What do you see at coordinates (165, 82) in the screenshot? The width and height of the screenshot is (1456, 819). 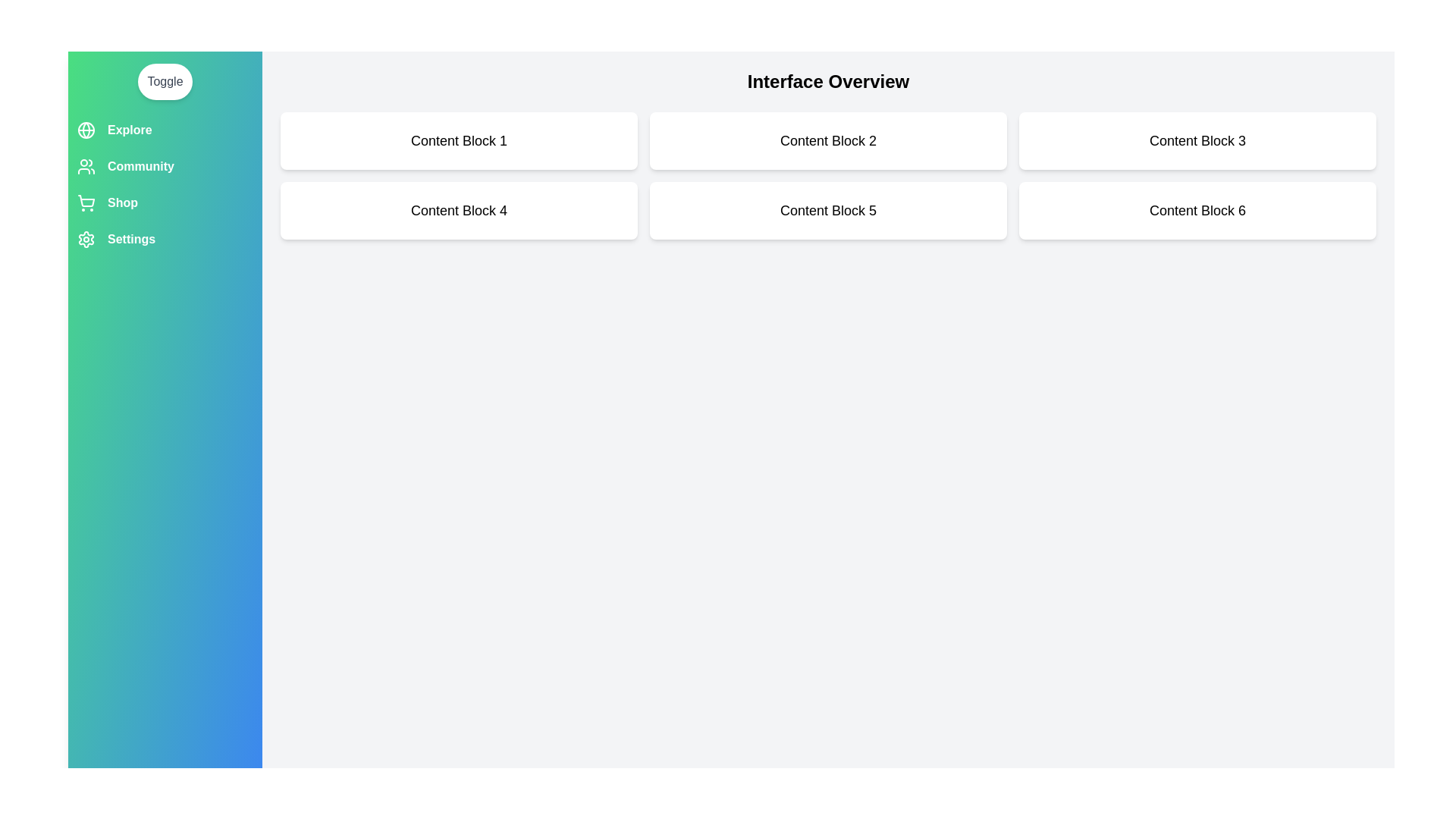 I see `the 'Toggle' button to toggle the drawer open and close state` at bounding box center [165, 82].